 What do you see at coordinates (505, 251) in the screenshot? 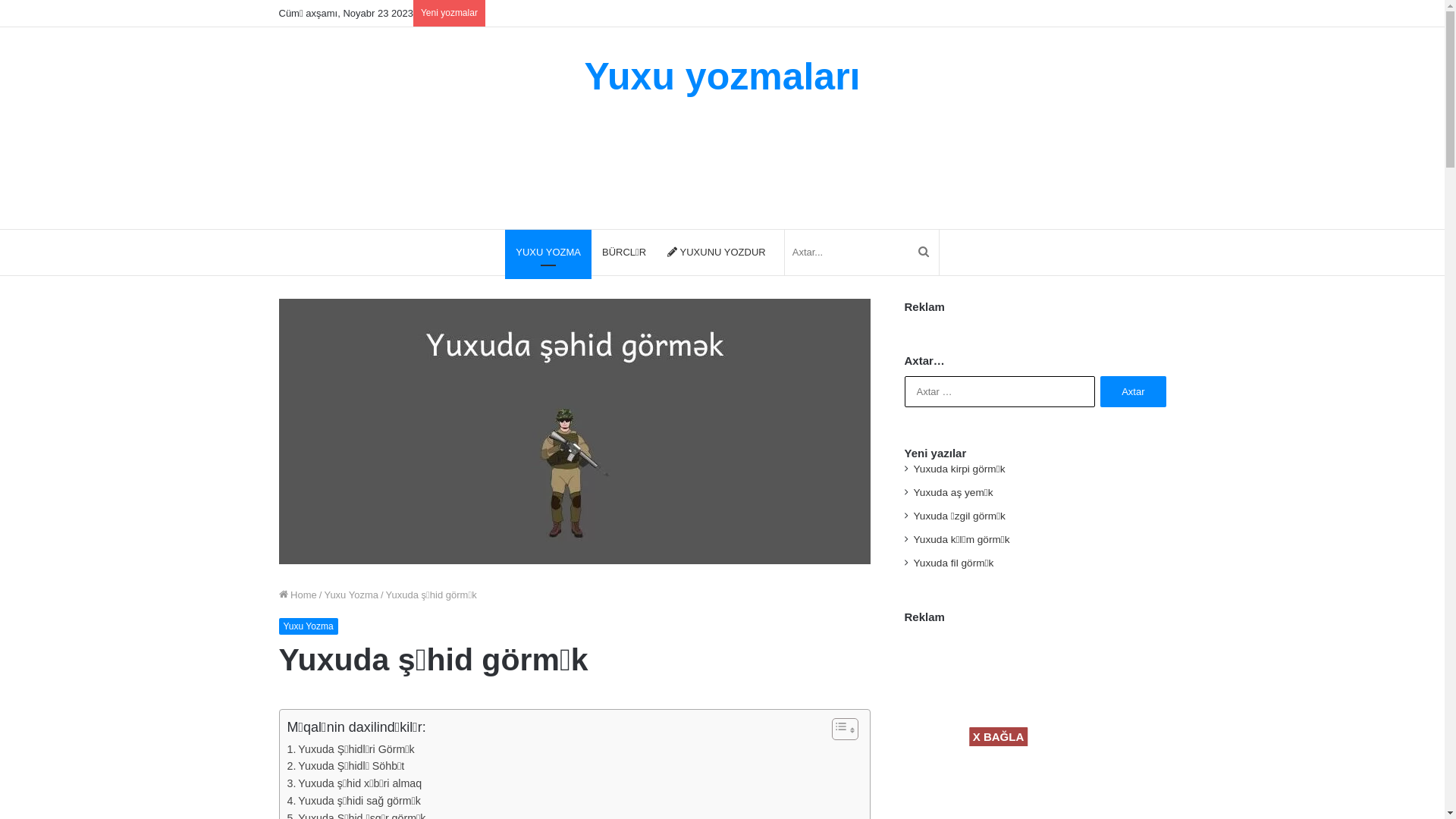
I see `'YUXU YOZMA'` at bounding box center [505, 251].